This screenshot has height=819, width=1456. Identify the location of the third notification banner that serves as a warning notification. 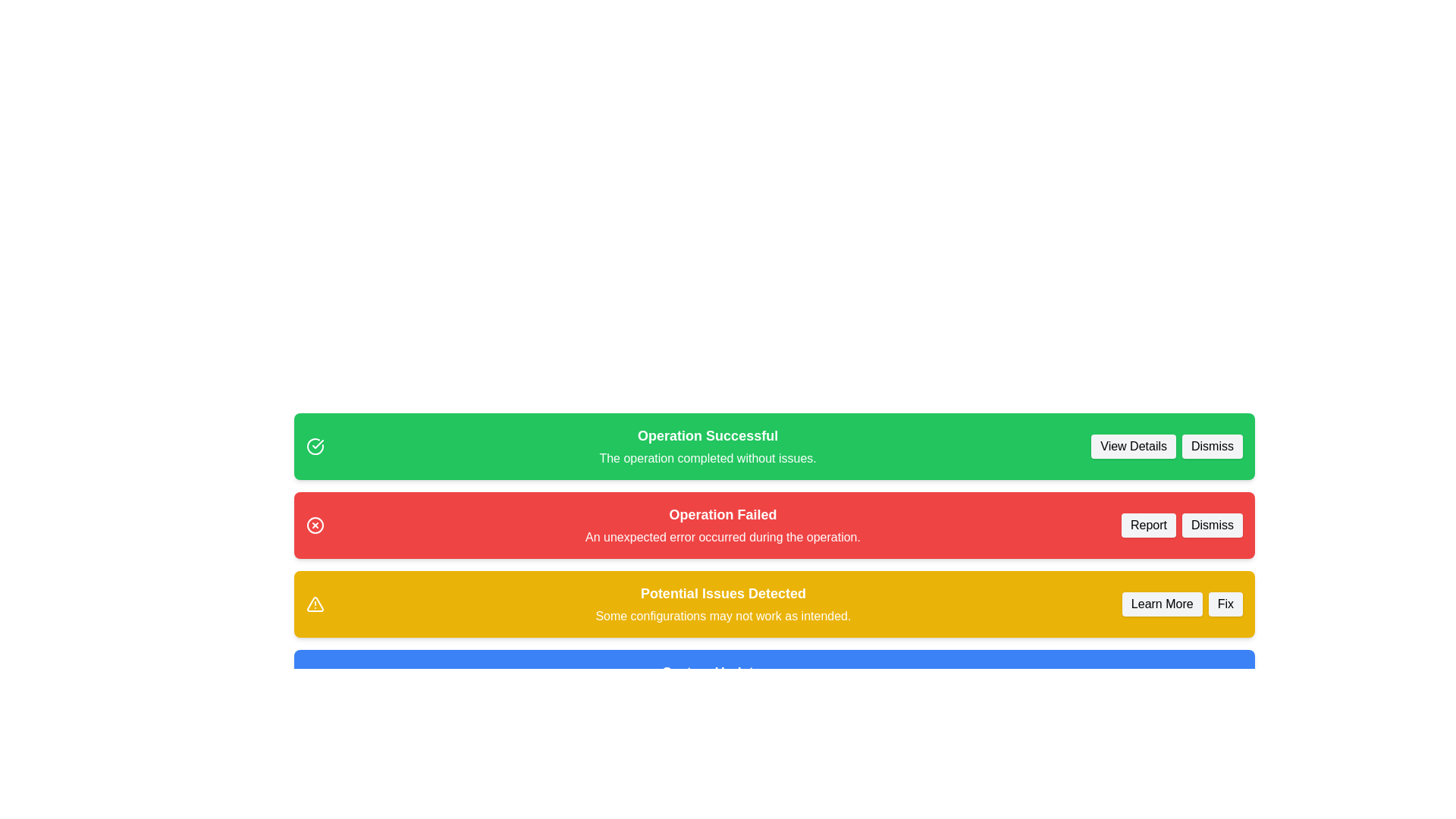
(774, 604).